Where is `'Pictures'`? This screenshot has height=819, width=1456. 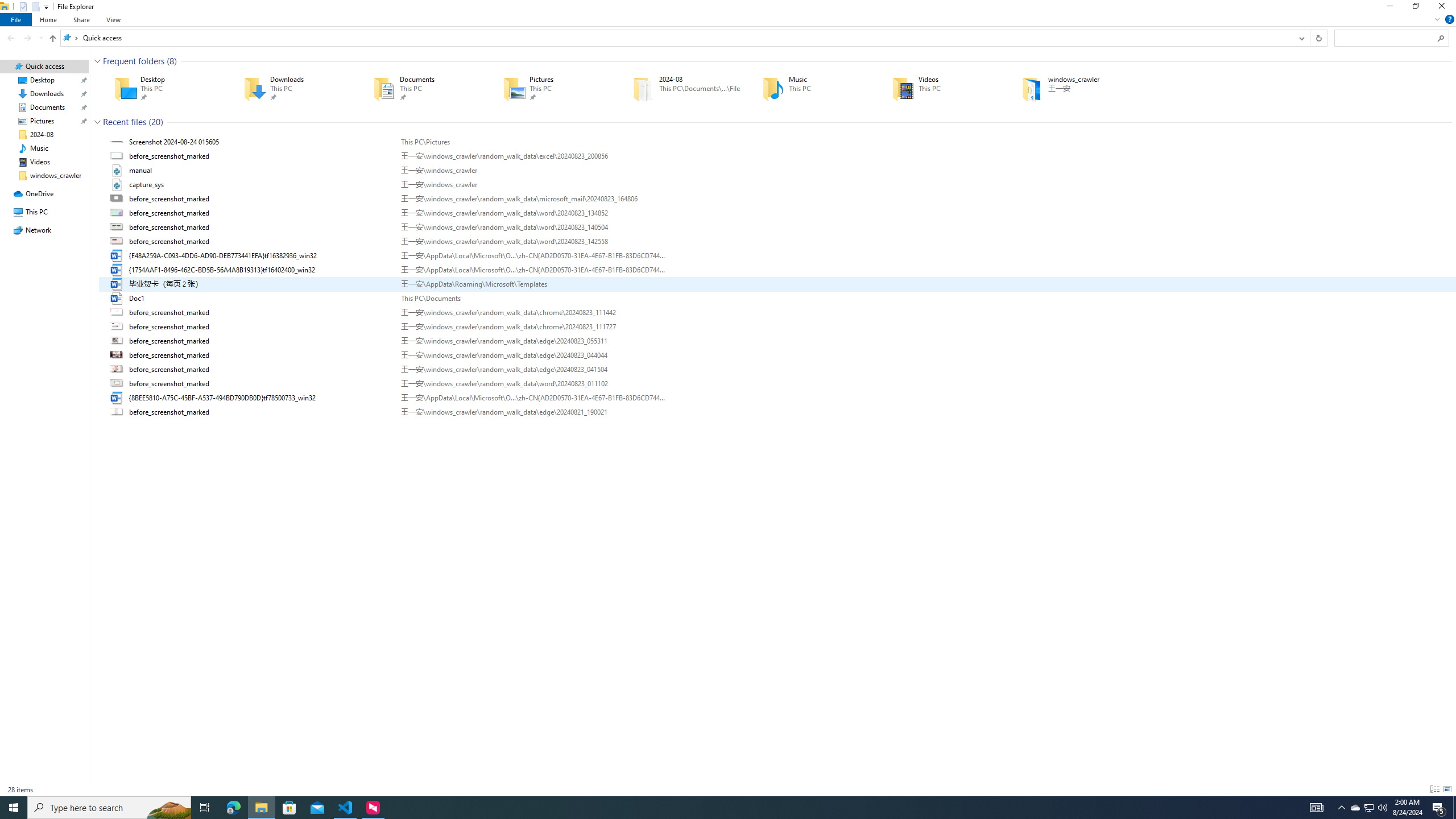
'Pictures' is located at coordinates (552, 88).